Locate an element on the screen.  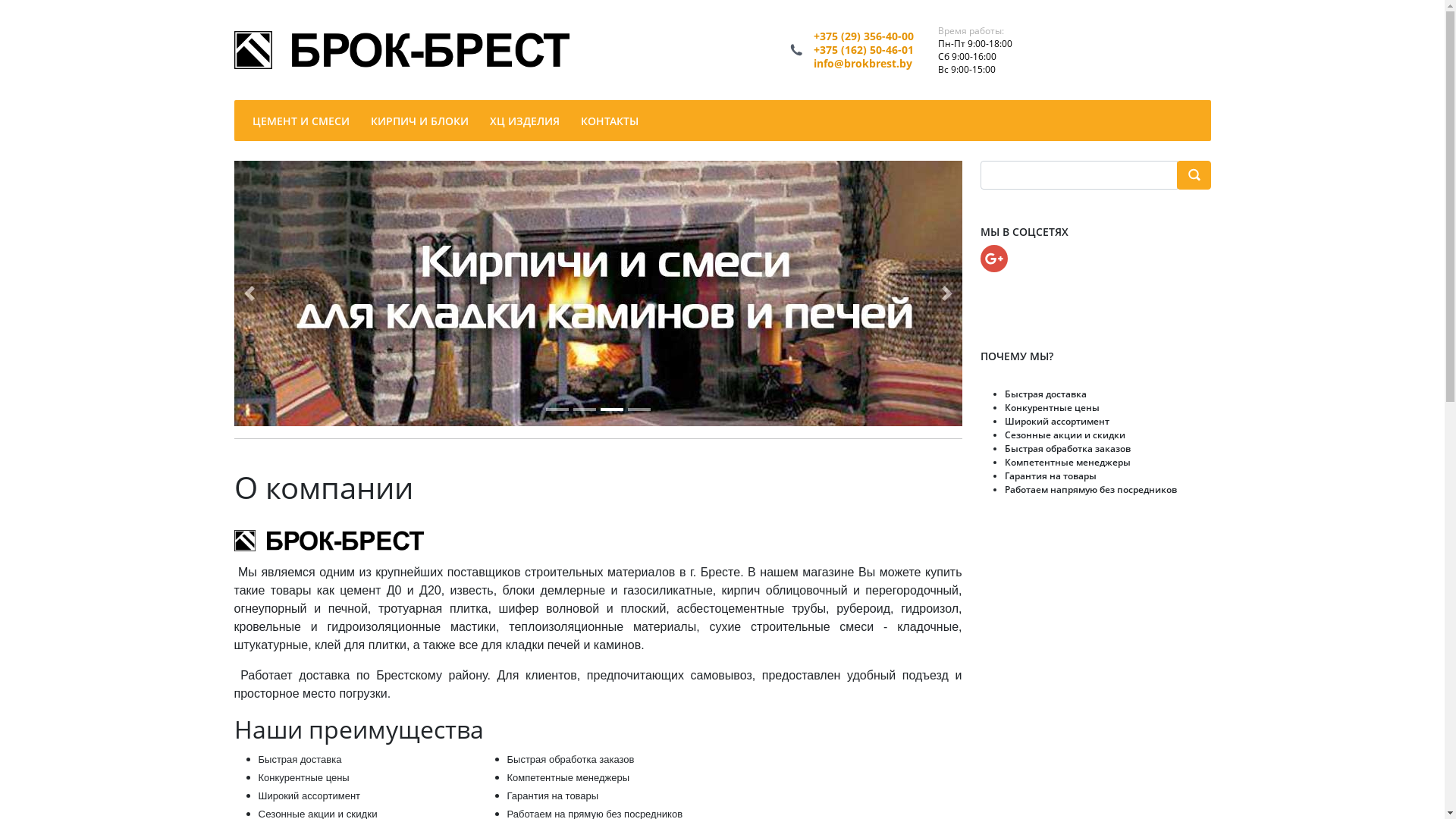
'+375 (29) 356-40-00' is located at coordinates (863, 35).